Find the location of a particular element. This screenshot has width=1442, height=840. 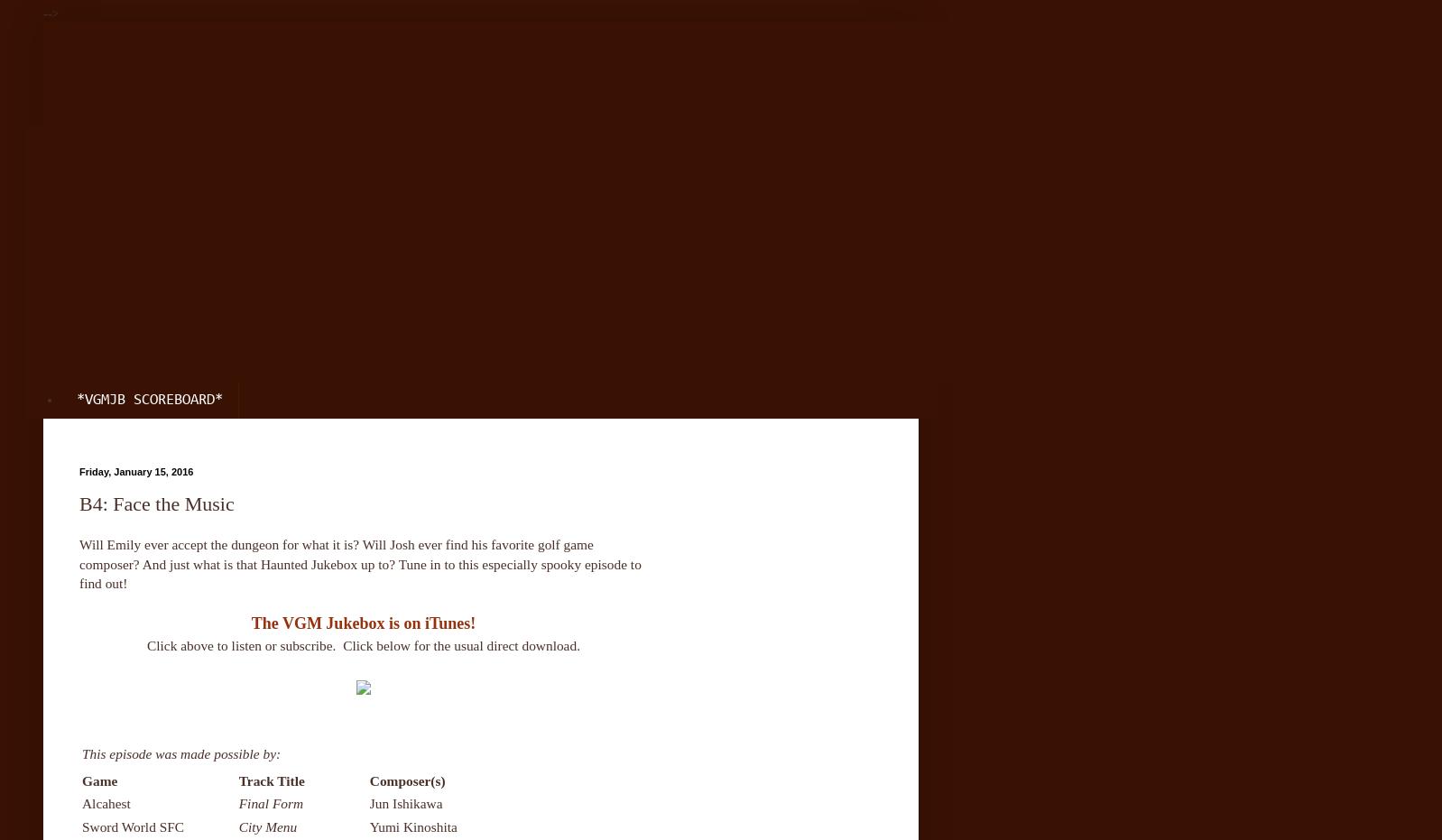

'Click above to listen or subscribe.  Click below for the usual direct download.' is located at coordinates (364, 643).